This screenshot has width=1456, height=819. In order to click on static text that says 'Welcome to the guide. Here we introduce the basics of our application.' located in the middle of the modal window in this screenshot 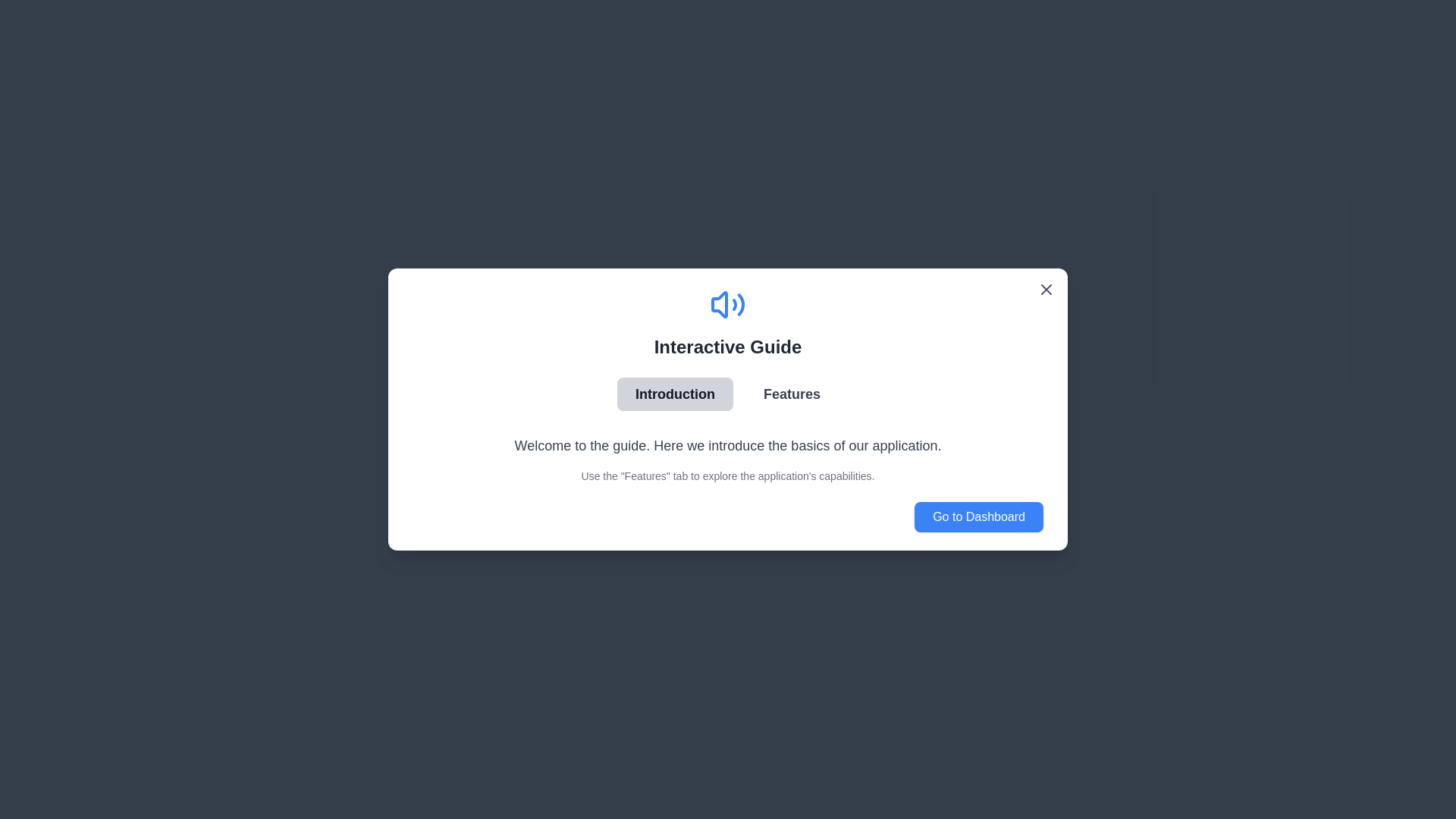, I will do `click(728, 444)`.